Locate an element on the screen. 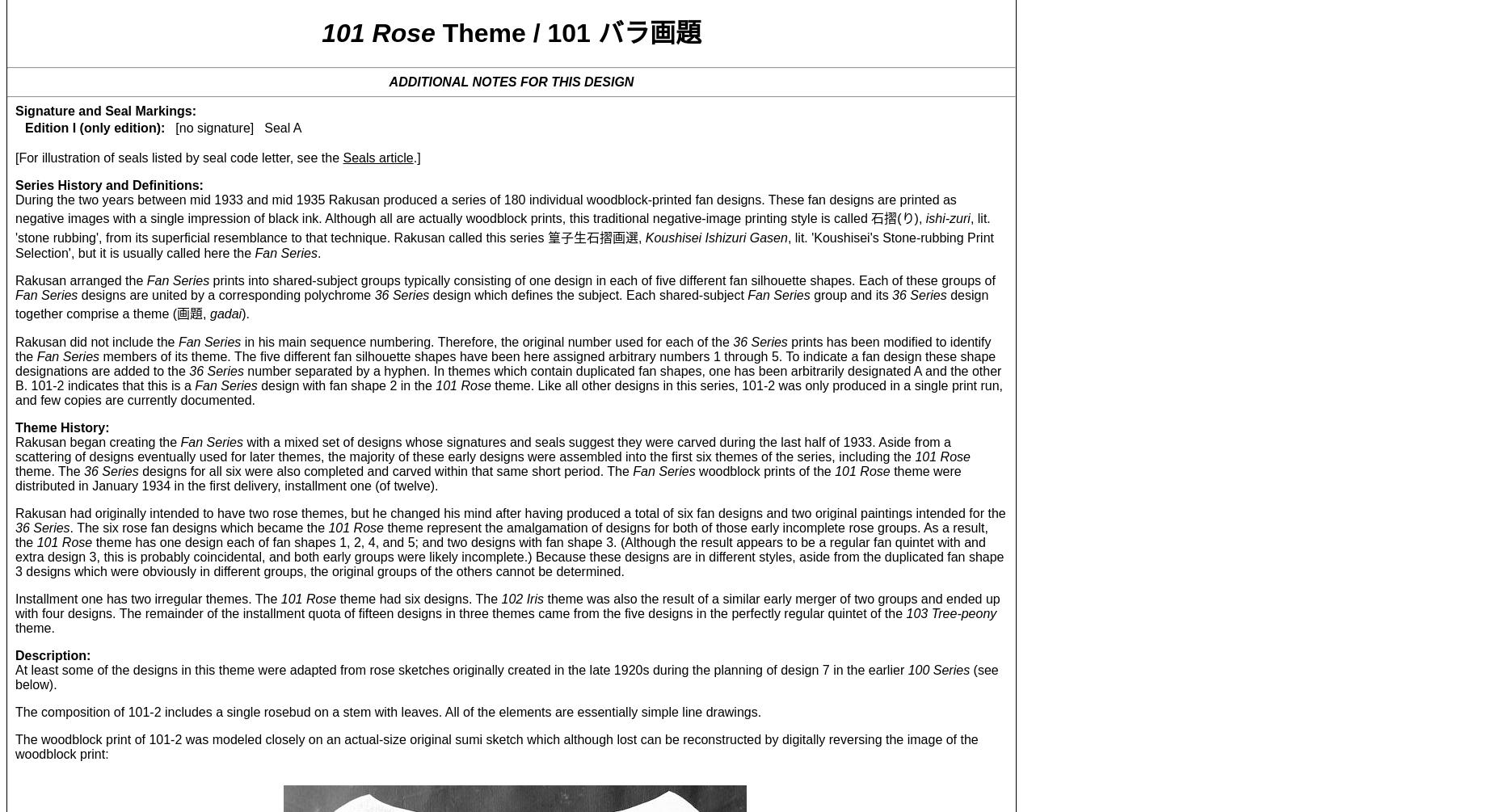 The width and height of the screenshot is (1495, 812). 'with a mixed set of designs whose signatures and seals suggest they were carved during the last half of 1933. Aside from a scattering of designs eventually used for later themes, the majority of these early designs were assembled into the first six themes of the series, including the' is located at coordinates (482, 448).